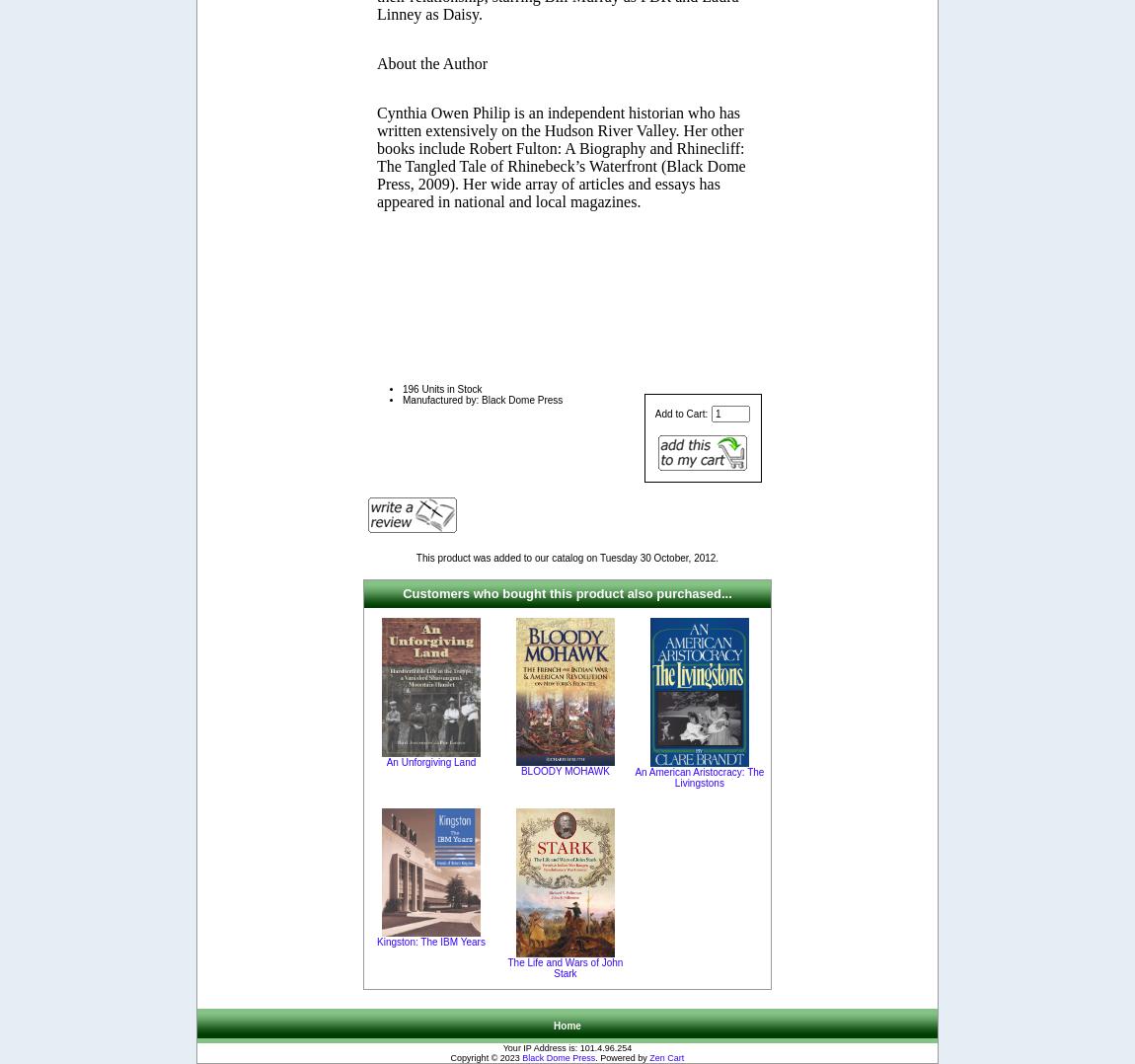 The width and height of the screenshot is (1135, 1064). What do you see at coordinates (681, 412) in the screenshot?
I see `'Add to Cart:'` at bounding box center [681, 412].